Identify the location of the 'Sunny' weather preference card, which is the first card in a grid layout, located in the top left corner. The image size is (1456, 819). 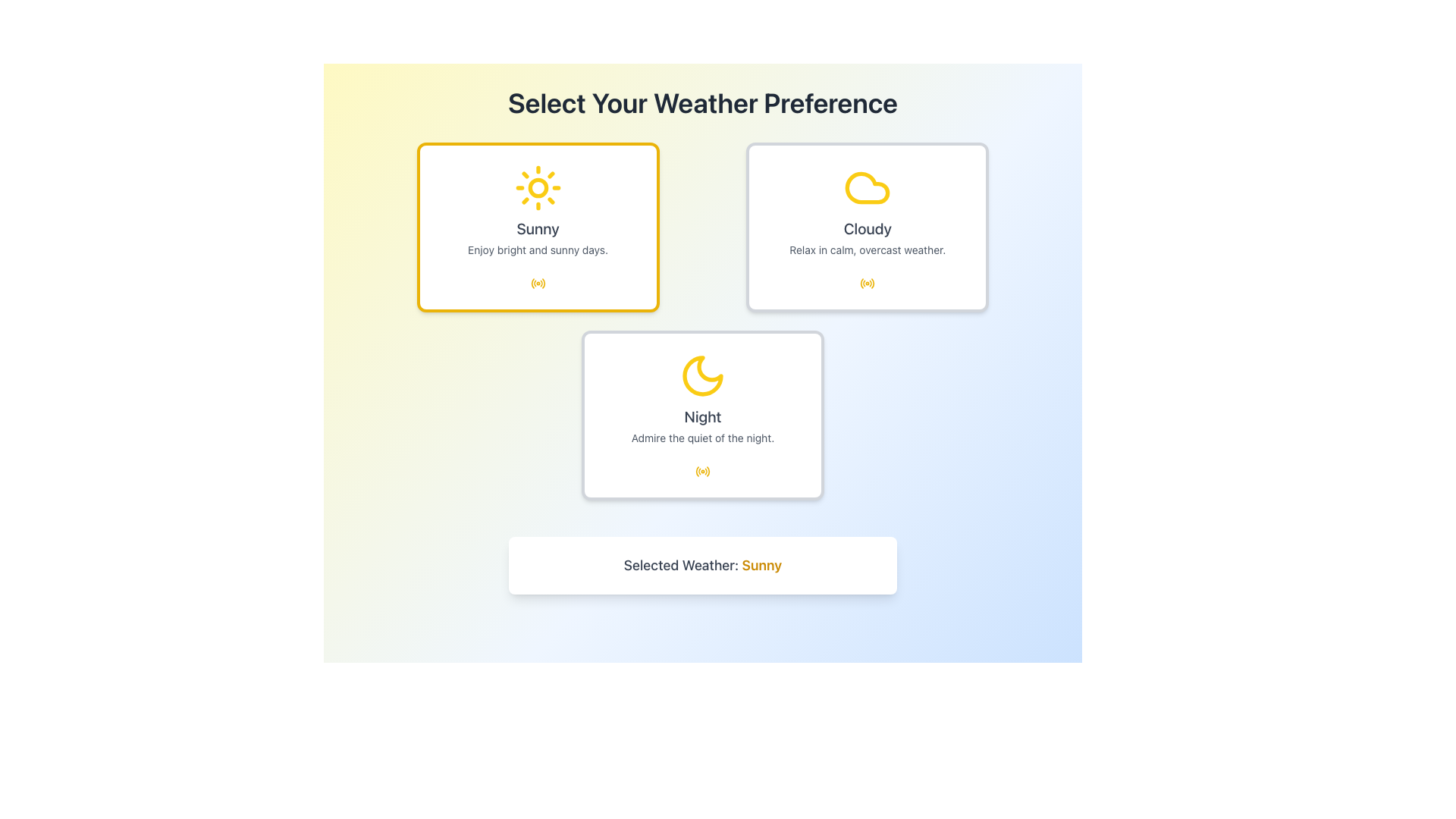
(538, 227).